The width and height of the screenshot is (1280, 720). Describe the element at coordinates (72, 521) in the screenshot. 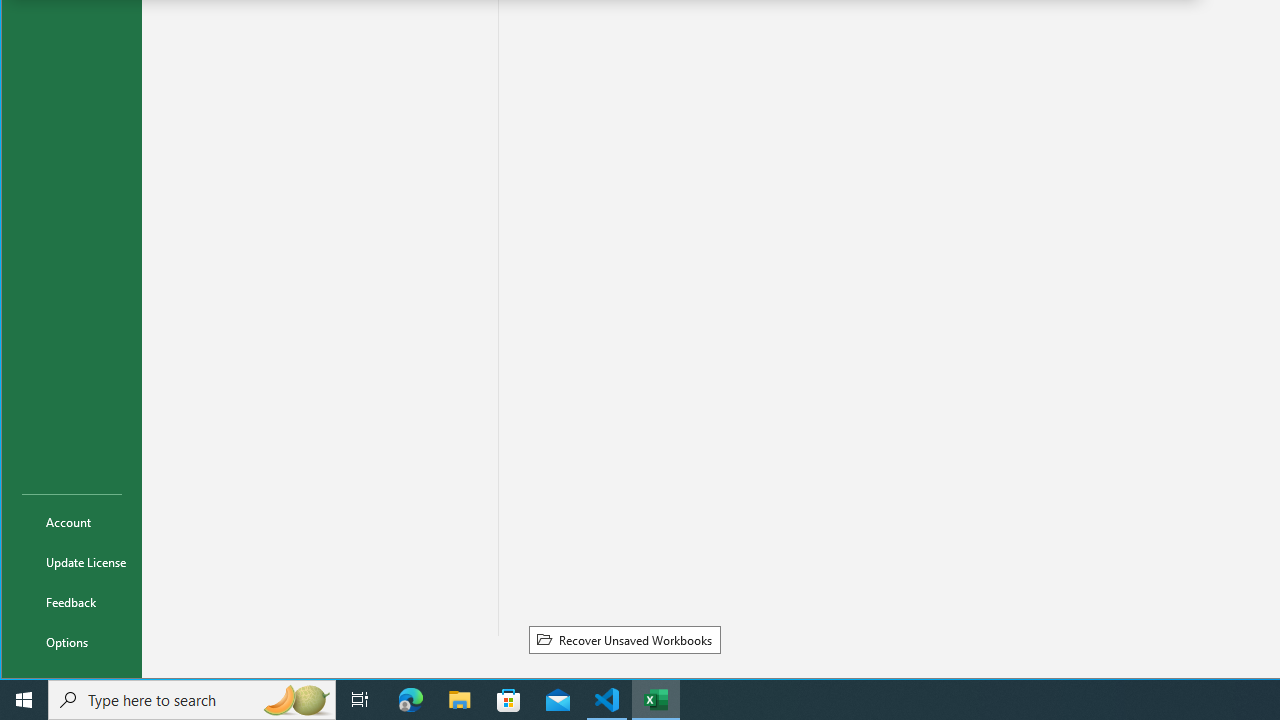

I see `'Account'` at that location.